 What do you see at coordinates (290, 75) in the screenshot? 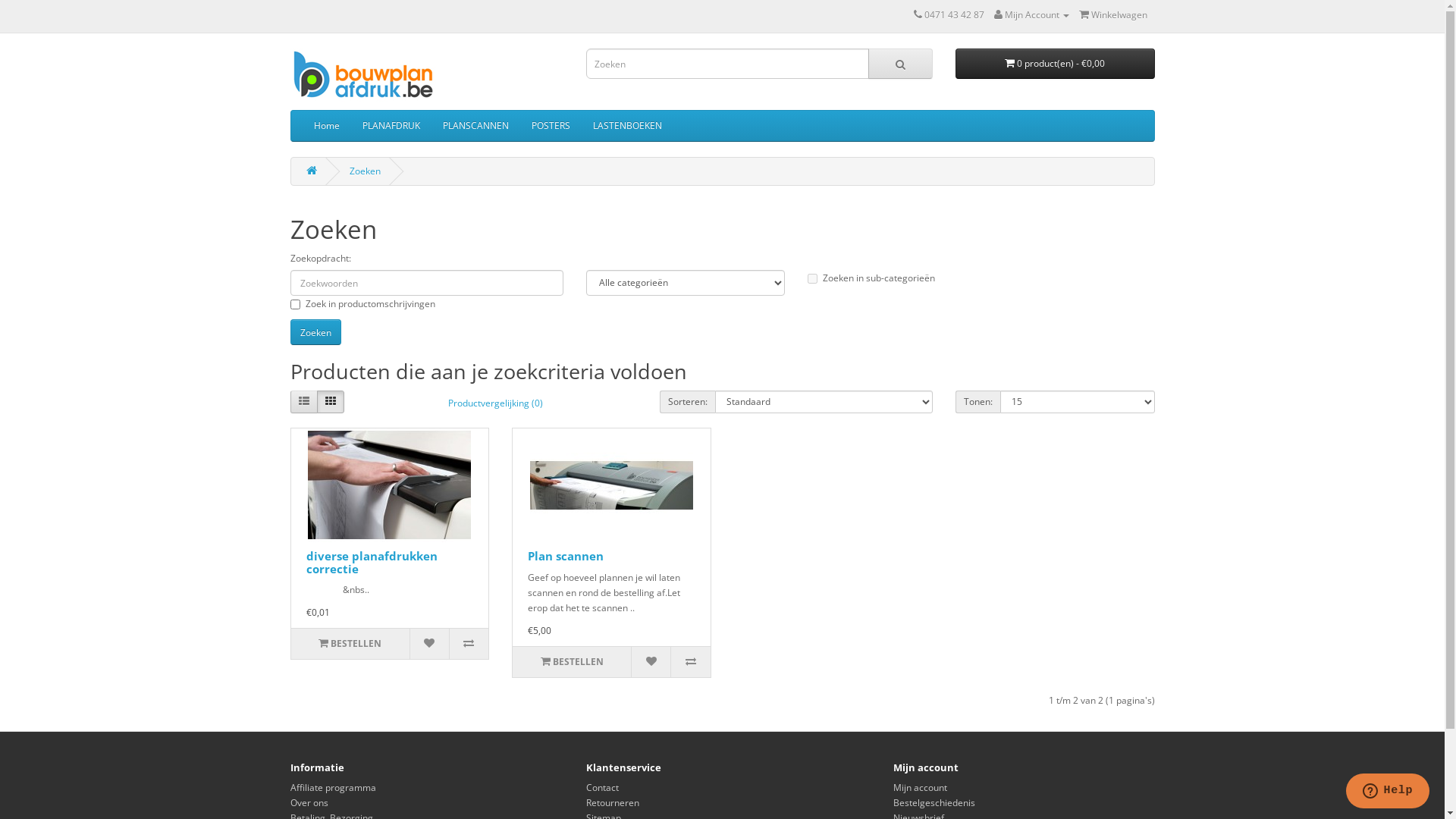
I see `'BouwplanAfdruk'` at bounding box center [290, 75].